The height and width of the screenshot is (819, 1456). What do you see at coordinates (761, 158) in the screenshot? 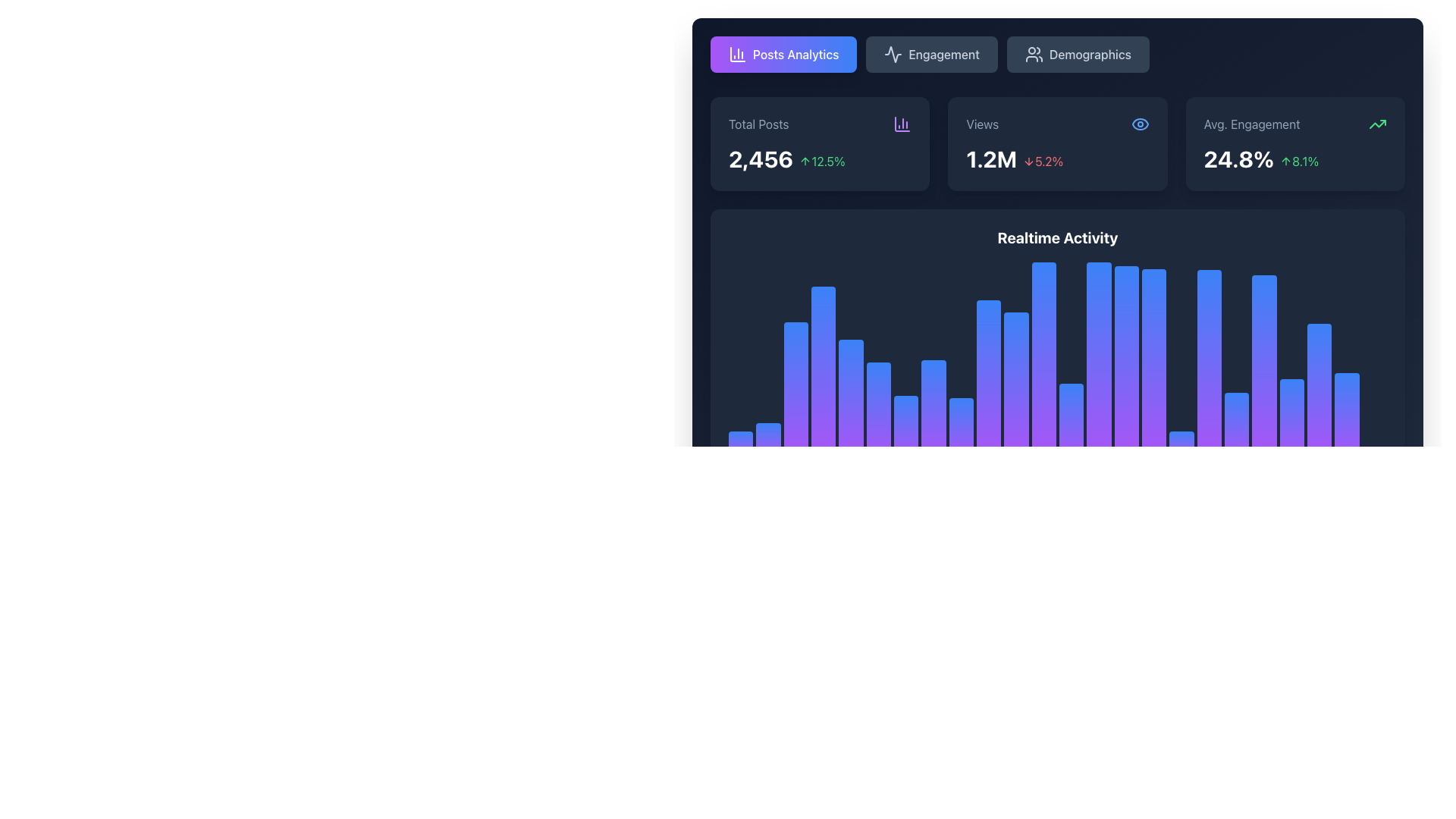
I see `the numeric text component displaying '2,456' on the left side of the 'Total Posts' card in the 'Posts Analytics' section` at bounding box center [761, 158].